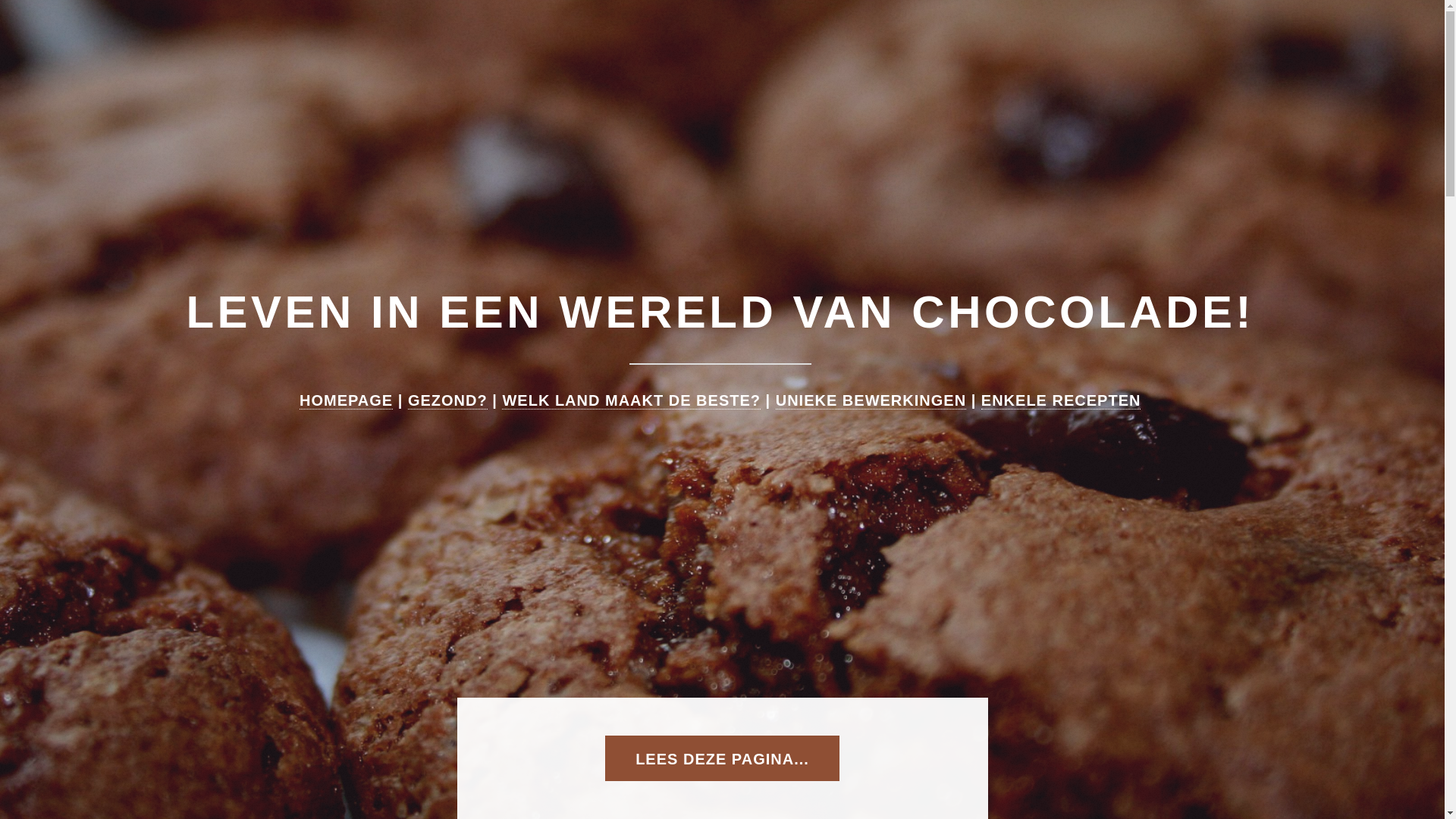 Image resolution: width=1456 pixels, height=819 pixels. Describe the element at coordinates (981, 400) in the screenshot. I see `'ENKELE RECEPTEN'` at that location.